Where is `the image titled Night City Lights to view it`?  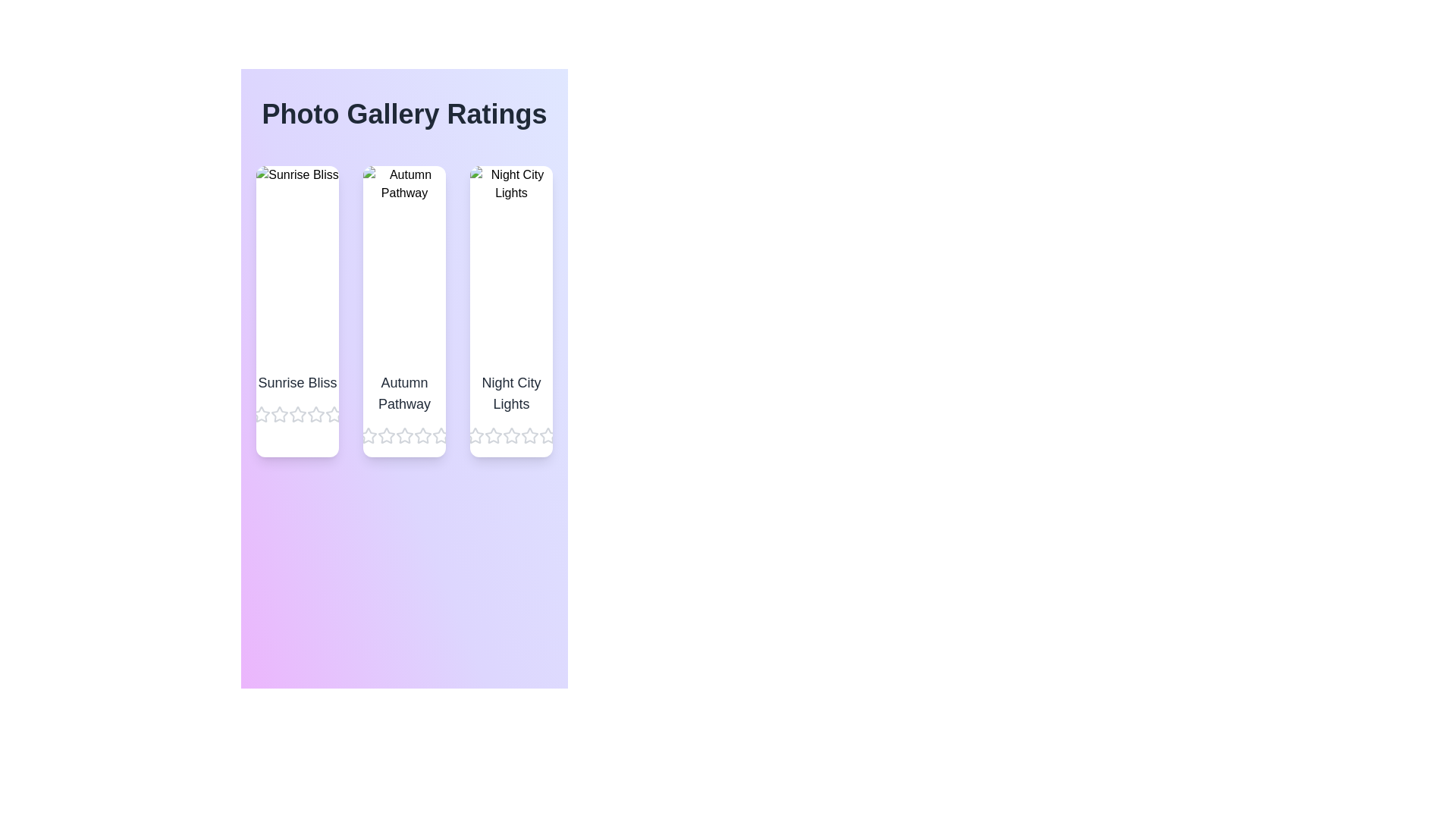 the image titled Night City Lights to view it is located at coordinates (511, 262).